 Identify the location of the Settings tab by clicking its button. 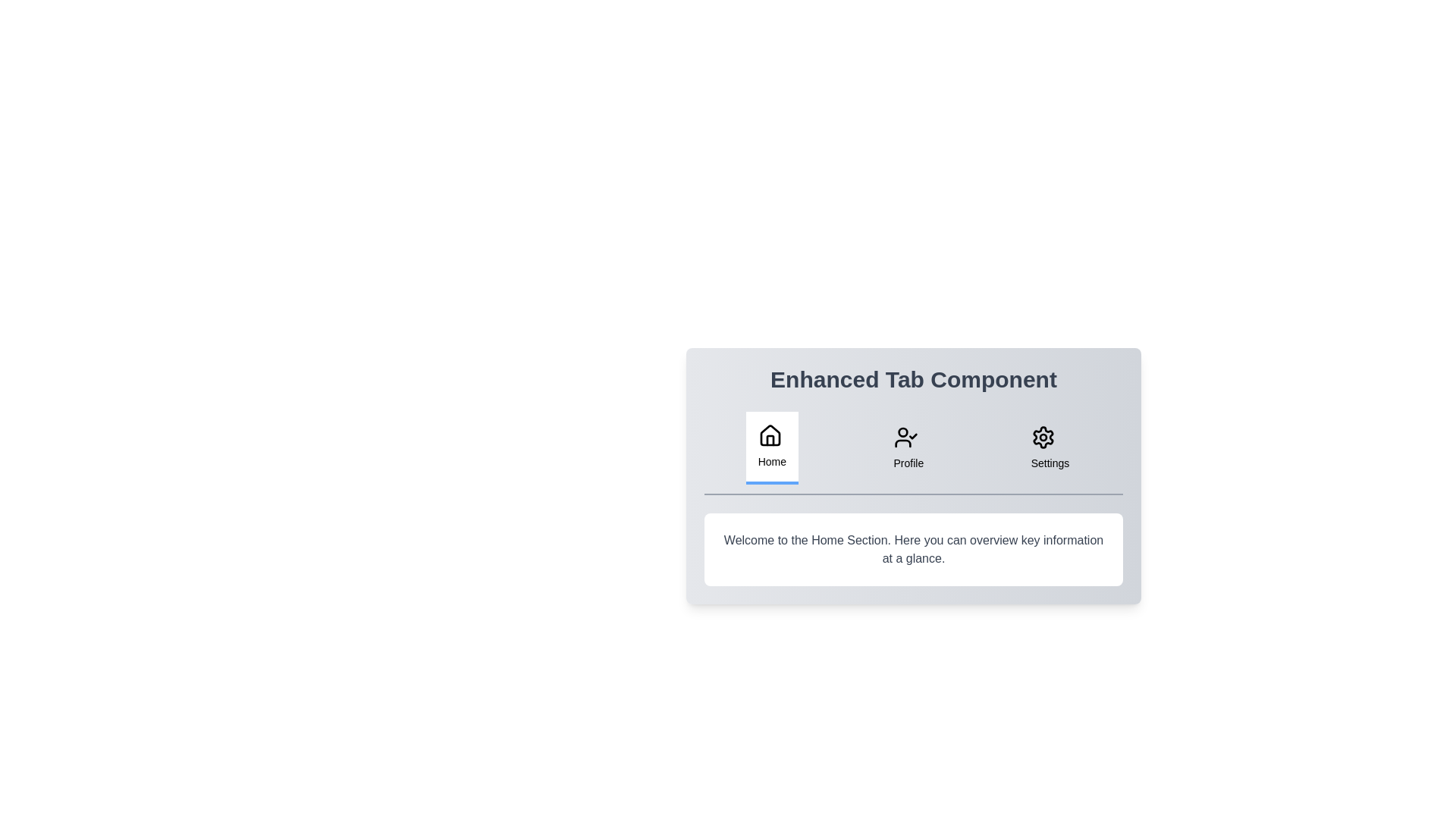
(1049, 447).